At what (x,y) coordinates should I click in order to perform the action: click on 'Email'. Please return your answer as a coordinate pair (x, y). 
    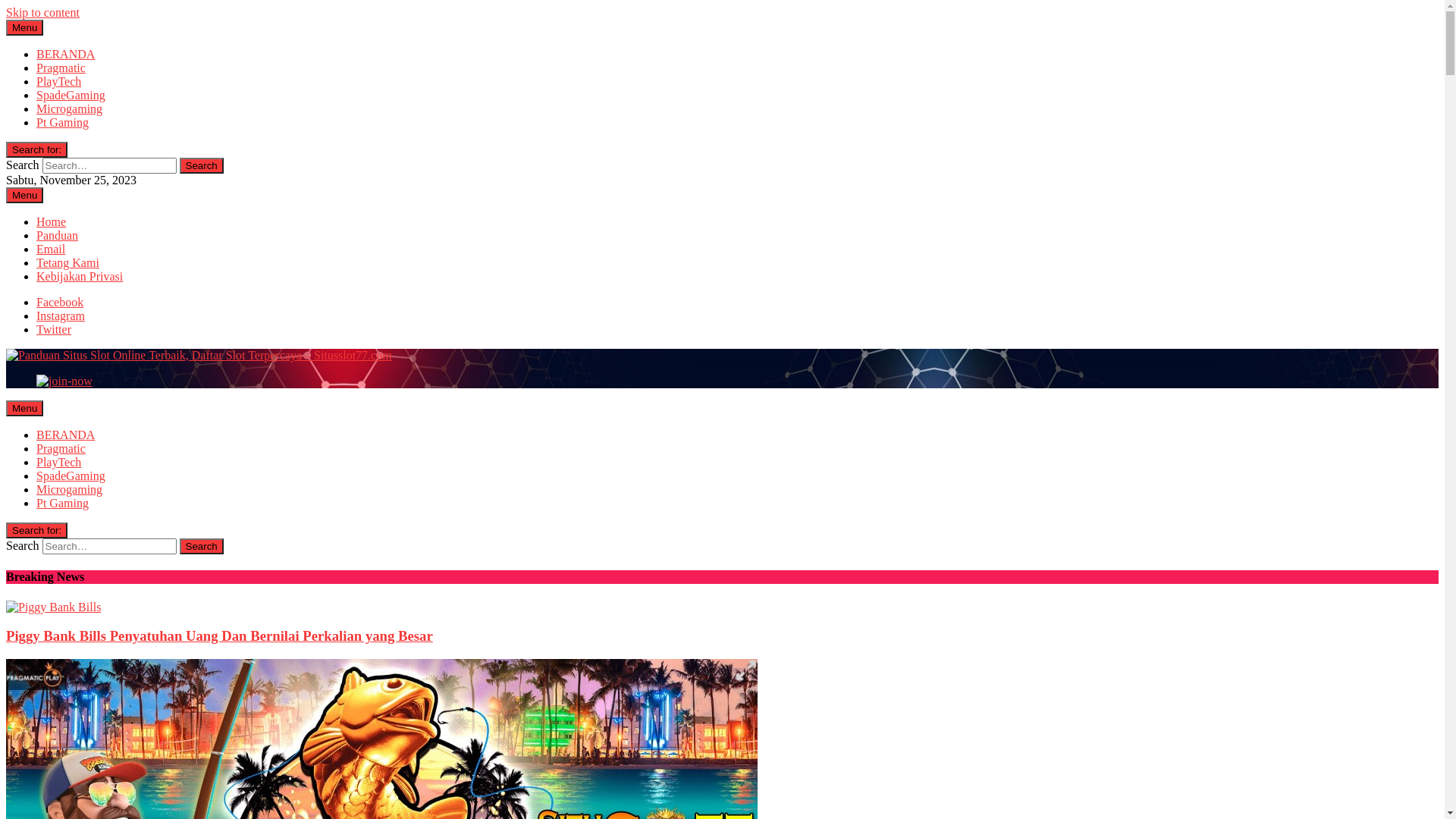
    Looking at the image, I should click on (51, 248).